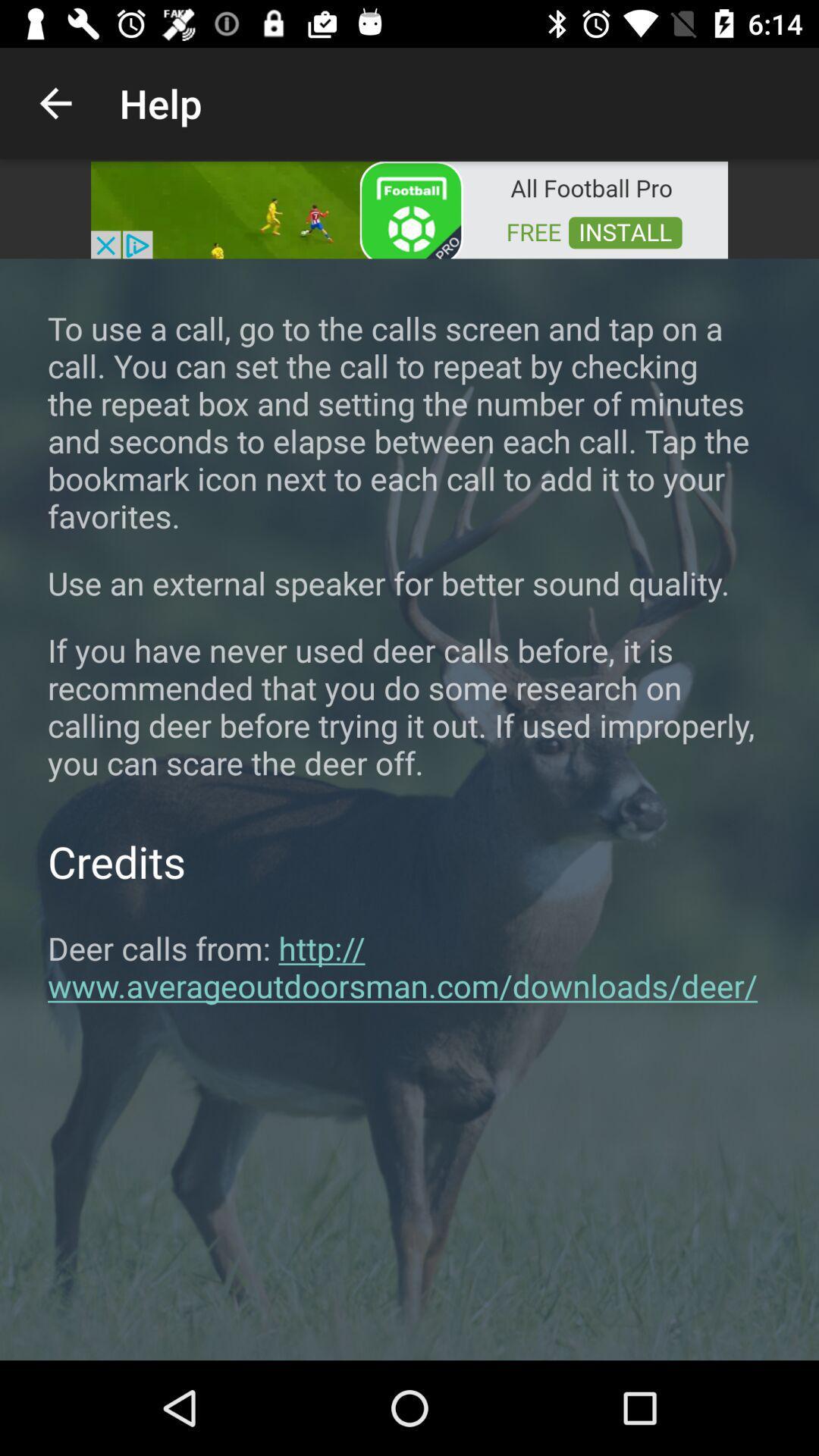  What do you see at coordinates (409, 208) in the screenshot?
I see `the option` at bounding box center [409, 208].